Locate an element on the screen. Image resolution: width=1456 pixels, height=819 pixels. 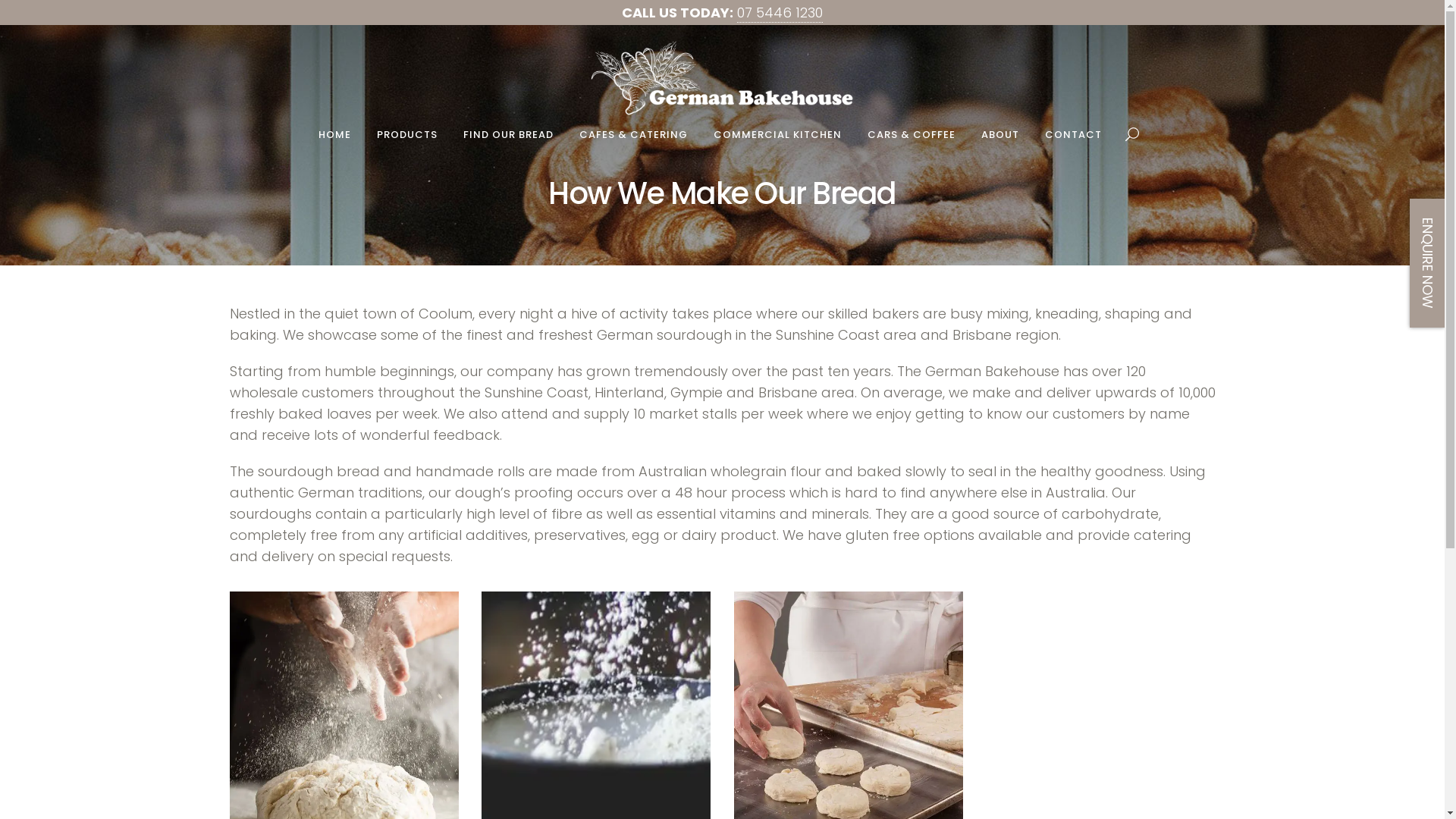
'ABOUT' is located at coordinates (999, 133).